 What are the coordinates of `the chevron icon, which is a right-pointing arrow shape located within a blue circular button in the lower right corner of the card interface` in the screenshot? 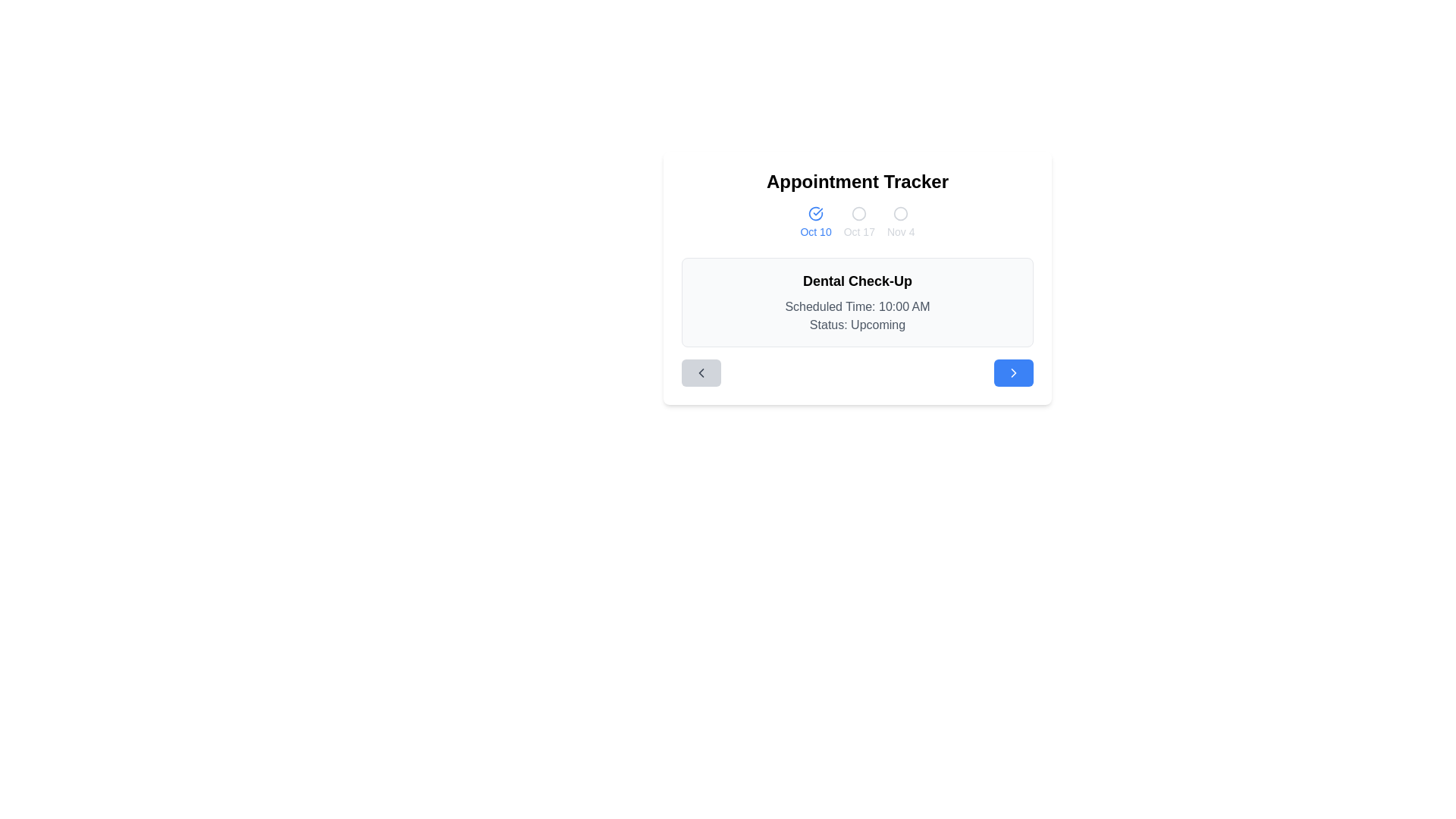 It's located at (1014, 373).